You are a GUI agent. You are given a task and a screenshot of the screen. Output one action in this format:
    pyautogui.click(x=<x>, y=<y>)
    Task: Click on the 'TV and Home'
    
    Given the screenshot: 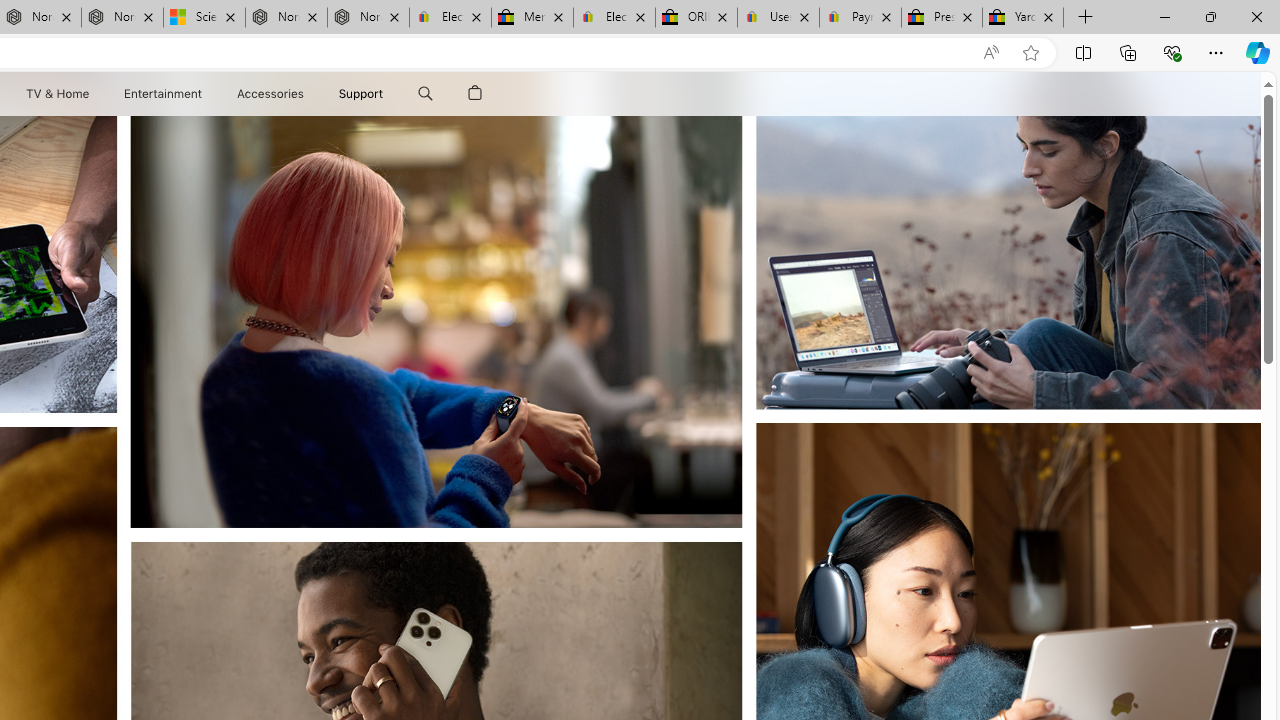 What is the action you would take?
    pyautogui.click(x=56, y=93)
    